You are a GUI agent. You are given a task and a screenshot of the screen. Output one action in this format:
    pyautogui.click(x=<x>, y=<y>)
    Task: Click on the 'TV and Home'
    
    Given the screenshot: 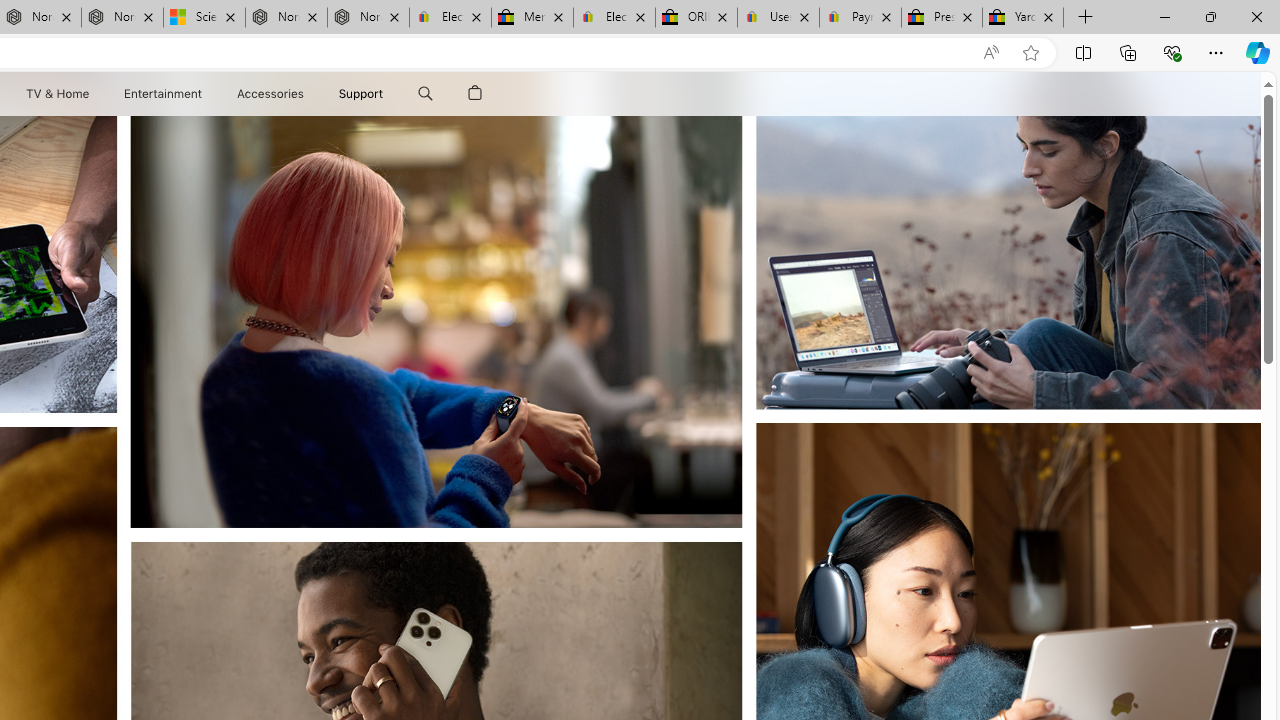 What is the action you would take?
    pyautogui.click(x=56, y=93)
    